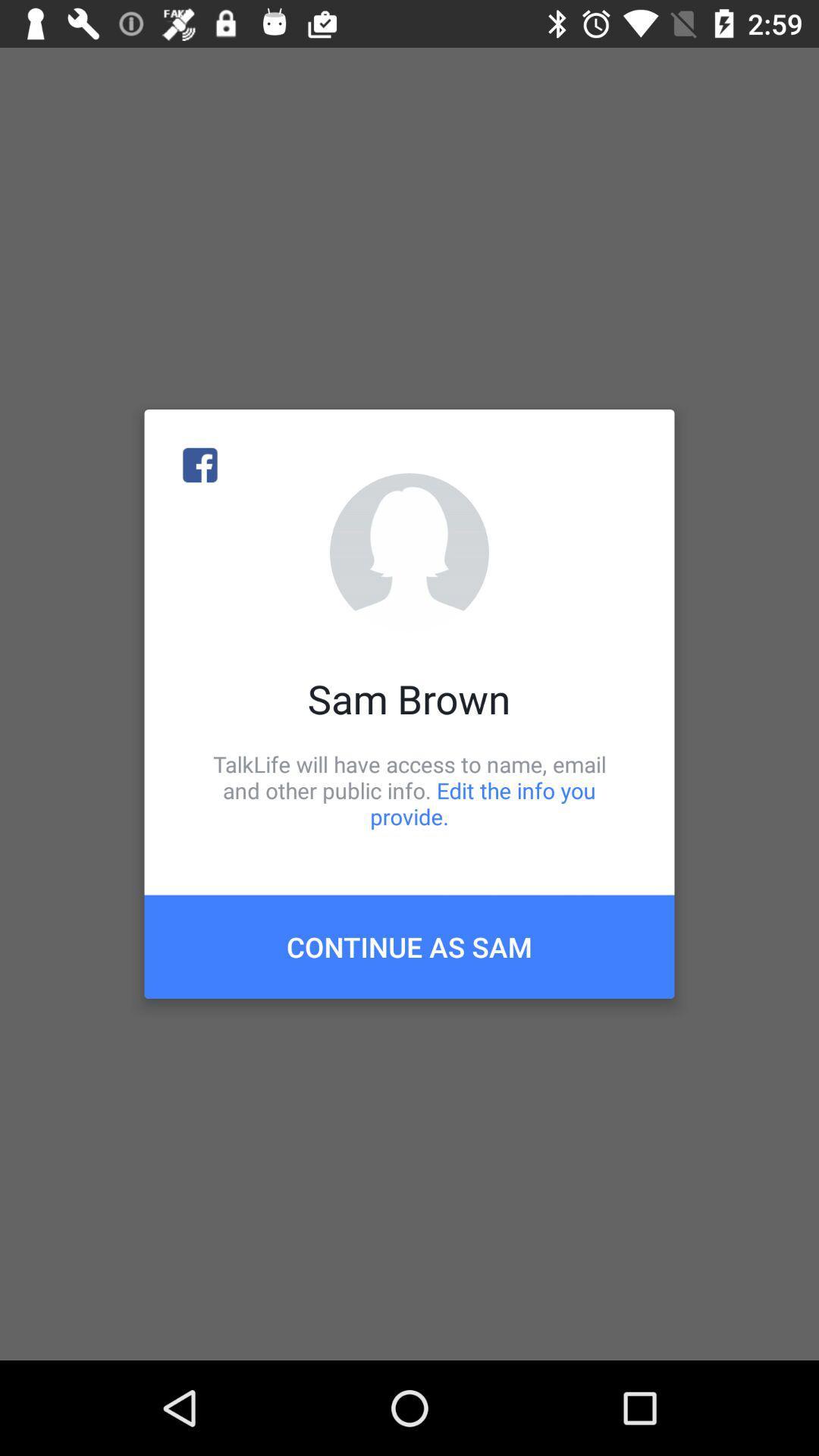 This screenshot has width=819, height=1456. I want to click on talklife will have icon, so click(409, 789).